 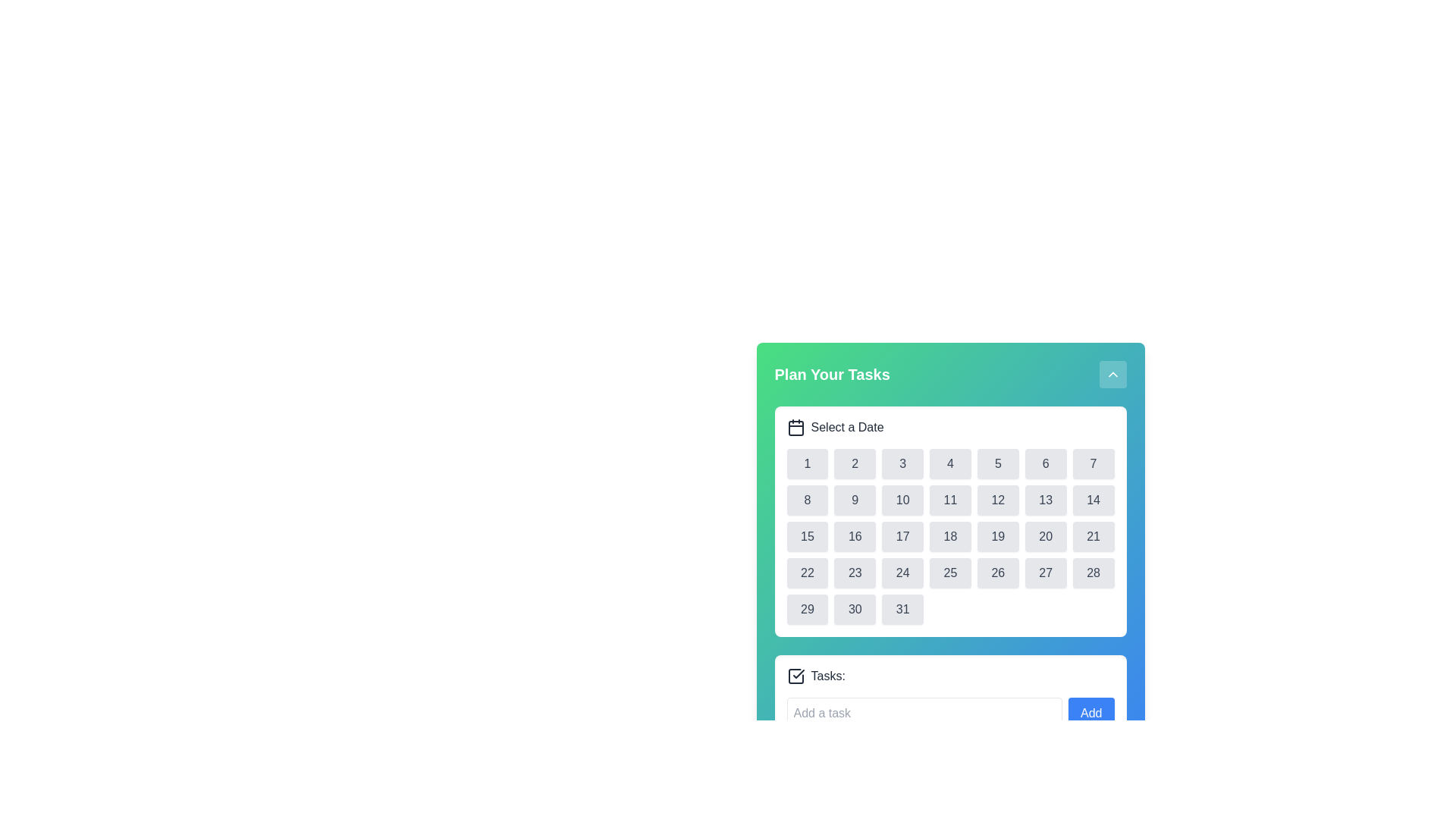 I want to click on the grid of calendar dates located below the 'Select a Date' header, so click(x=949, y=536).